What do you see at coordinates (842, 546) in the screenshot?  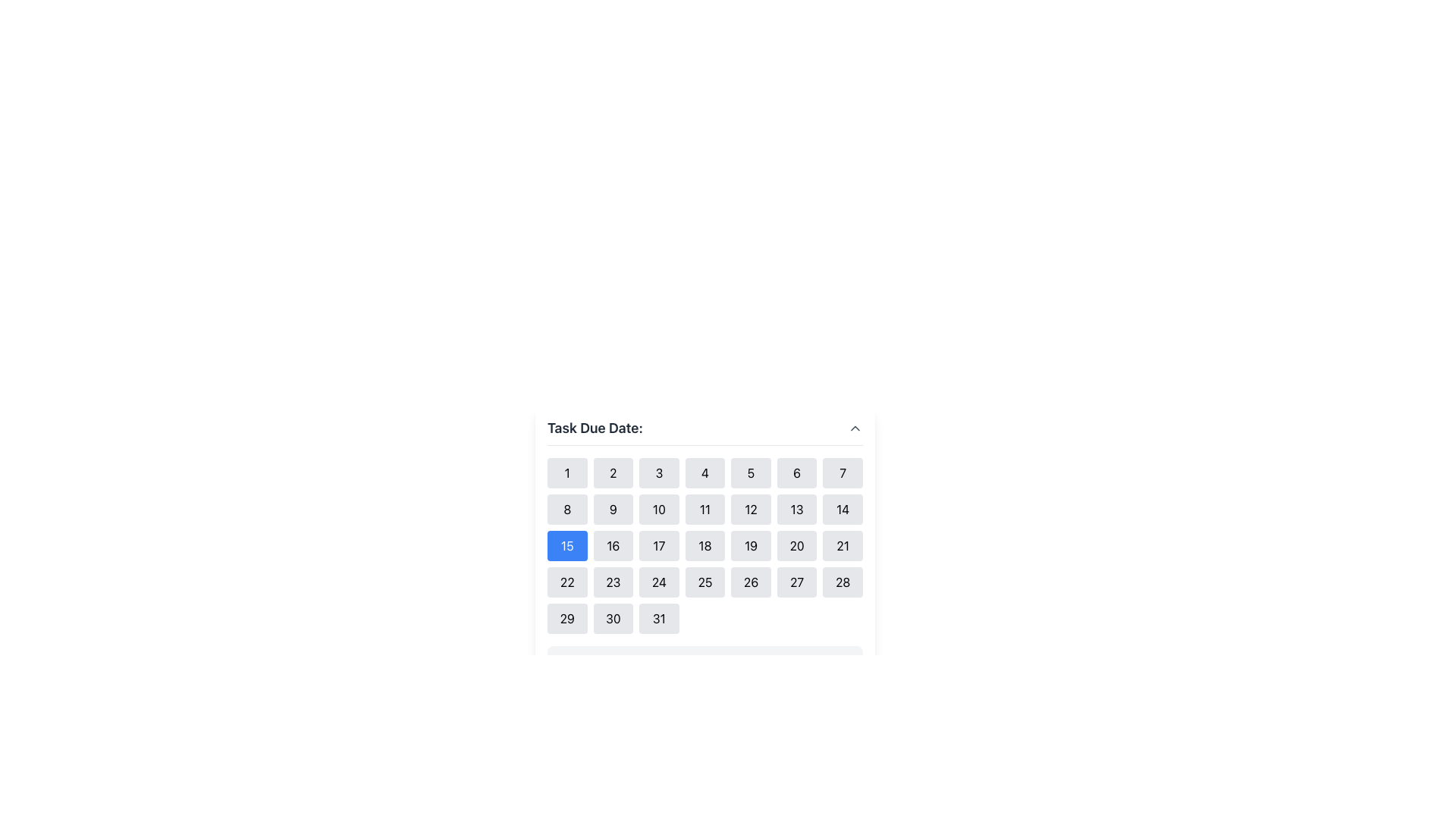 I see `the button displaying the number '21' located in the seventh column of the third row under the label 'Task Due Date:' to trigger the background color change from gray to blue` at bounding box center [842, 546].